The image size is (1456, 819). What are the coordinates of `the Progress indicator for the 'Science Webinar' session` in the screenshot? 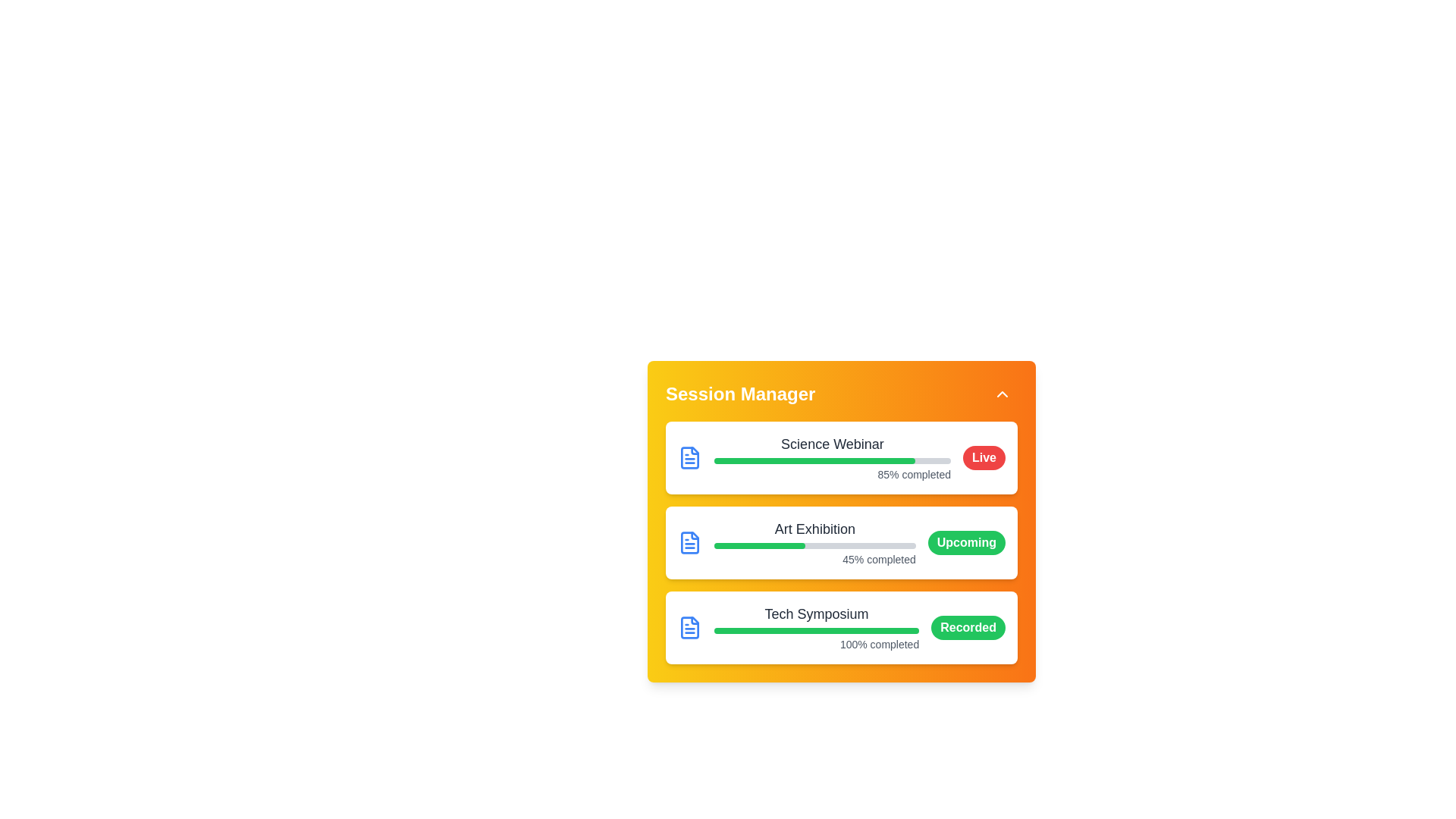 It's located at (832, 457).